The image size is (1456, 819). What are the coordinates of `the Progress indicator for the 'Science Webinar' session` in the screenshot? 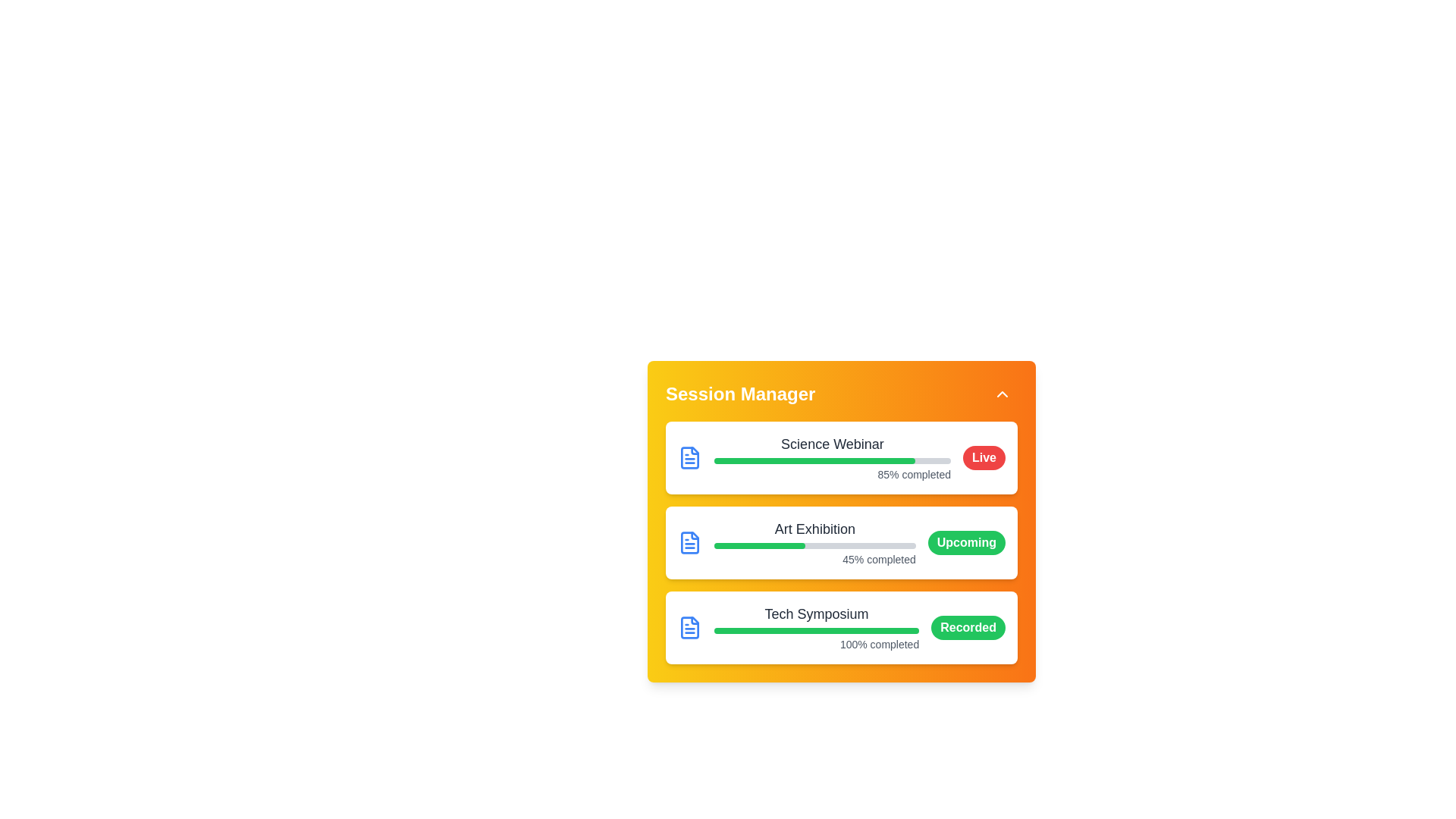 It's located at (832, 457).